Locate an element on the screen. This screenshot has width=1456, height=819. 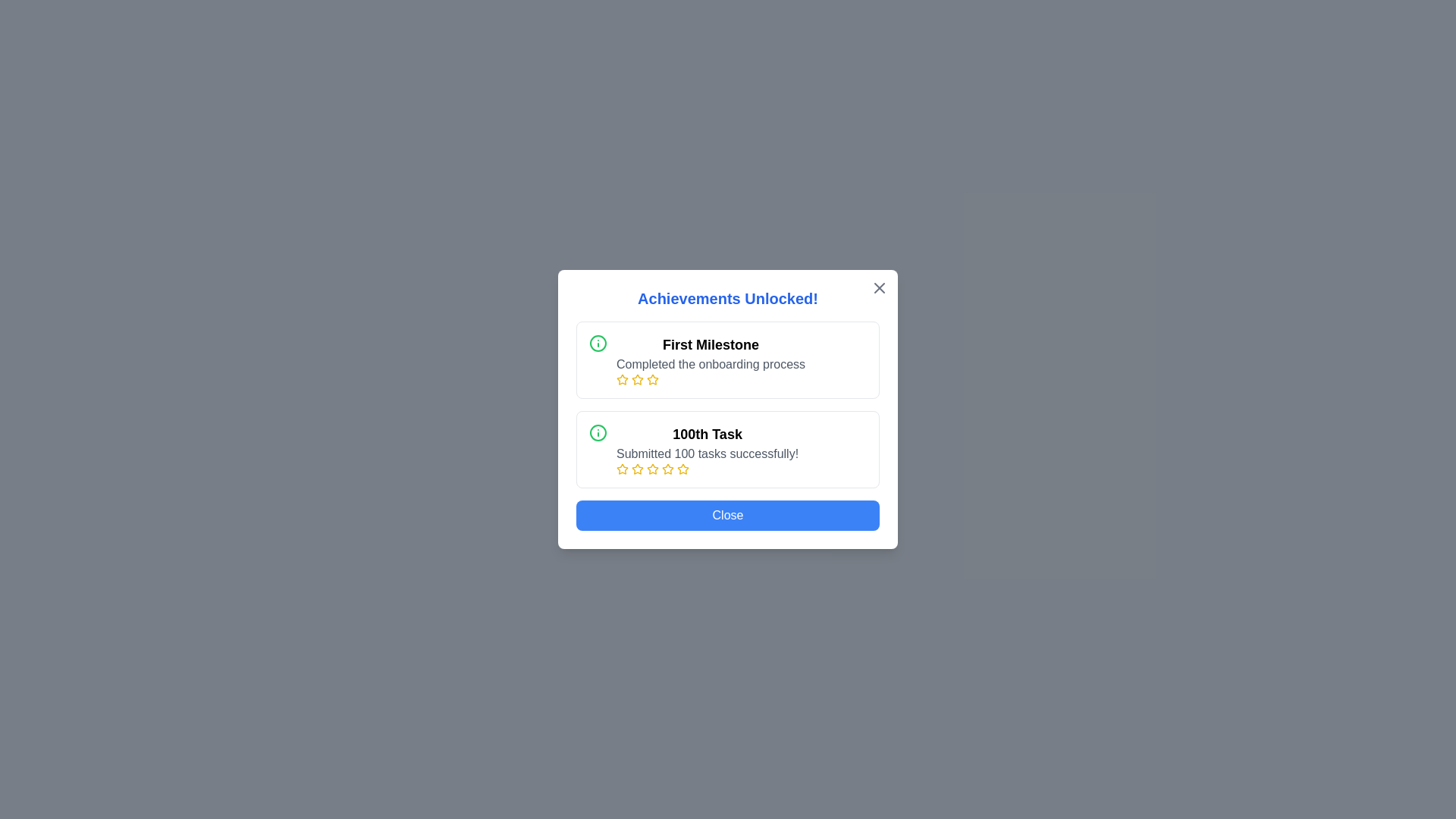
the text label that reads 'First Milestone', which is styled with a bold, larger font and located at the top of the first achievement card in the modal is located at coordinates (710, 345).